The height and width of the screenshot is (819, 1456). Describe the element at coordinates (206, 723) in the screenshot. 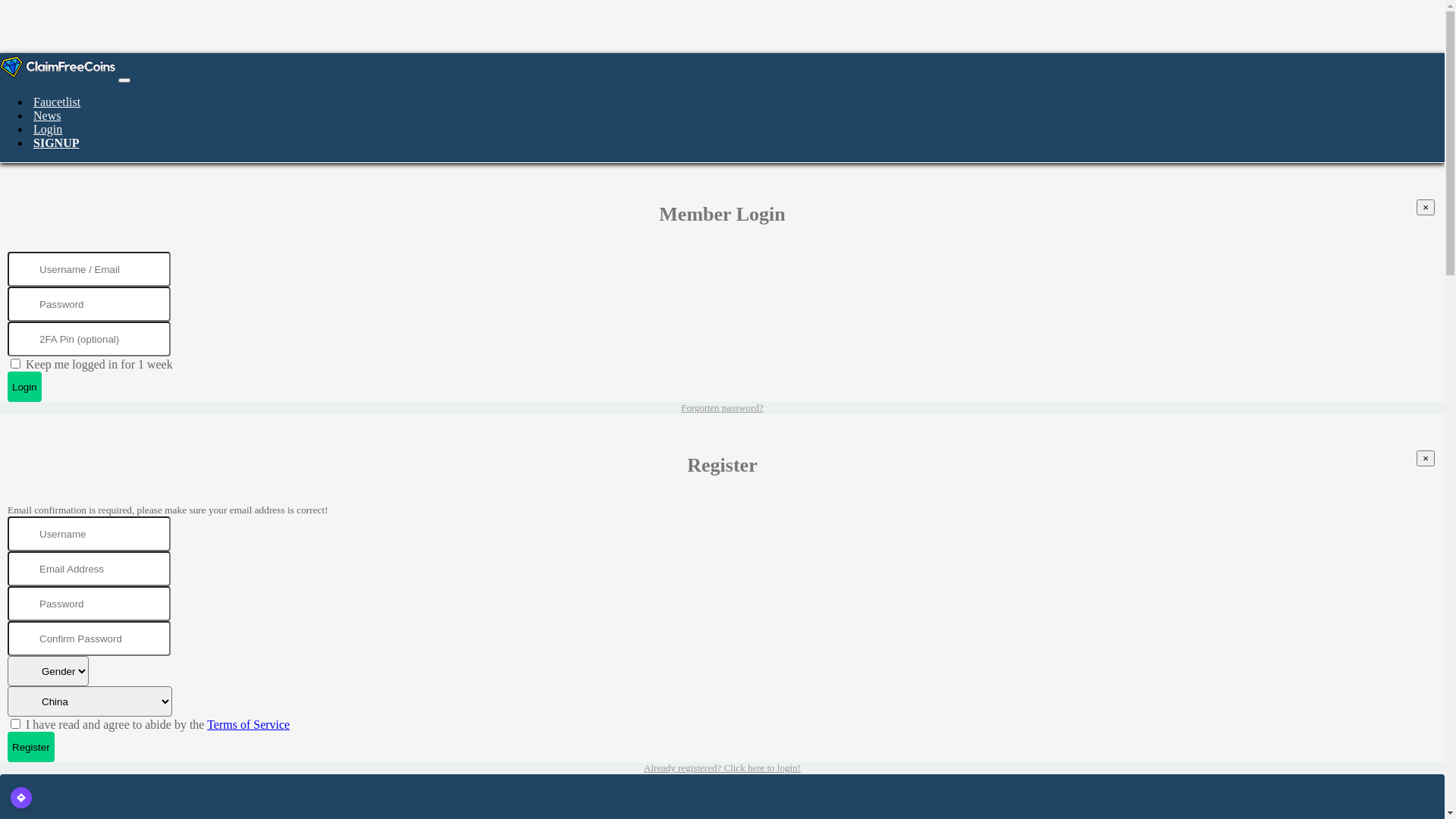

I see `'Terms of Service'` at that location.